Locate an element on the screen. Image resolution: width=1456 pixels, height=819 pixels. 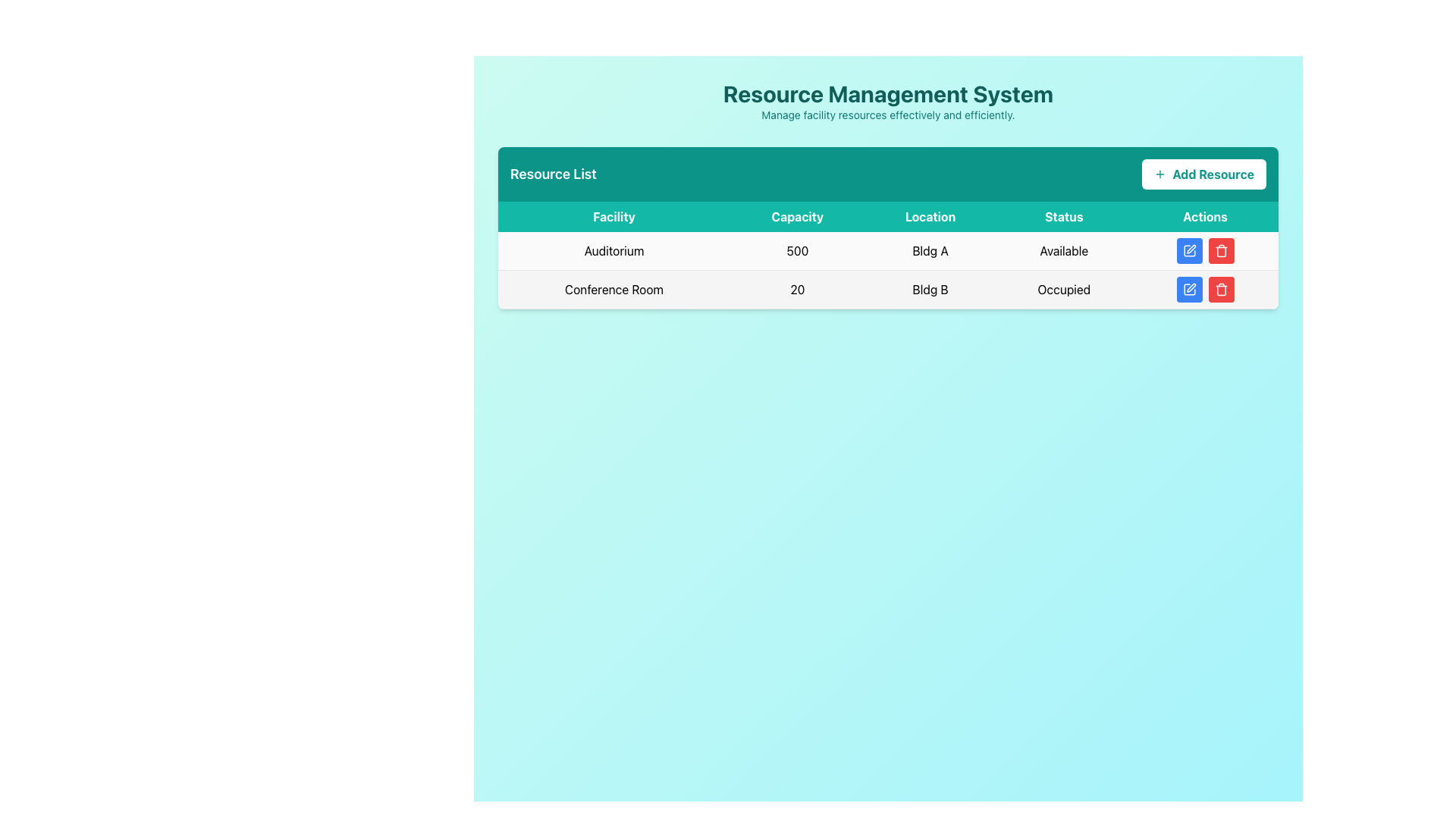
the middle component of the trash can icon is located at coordinates (1221, 251).